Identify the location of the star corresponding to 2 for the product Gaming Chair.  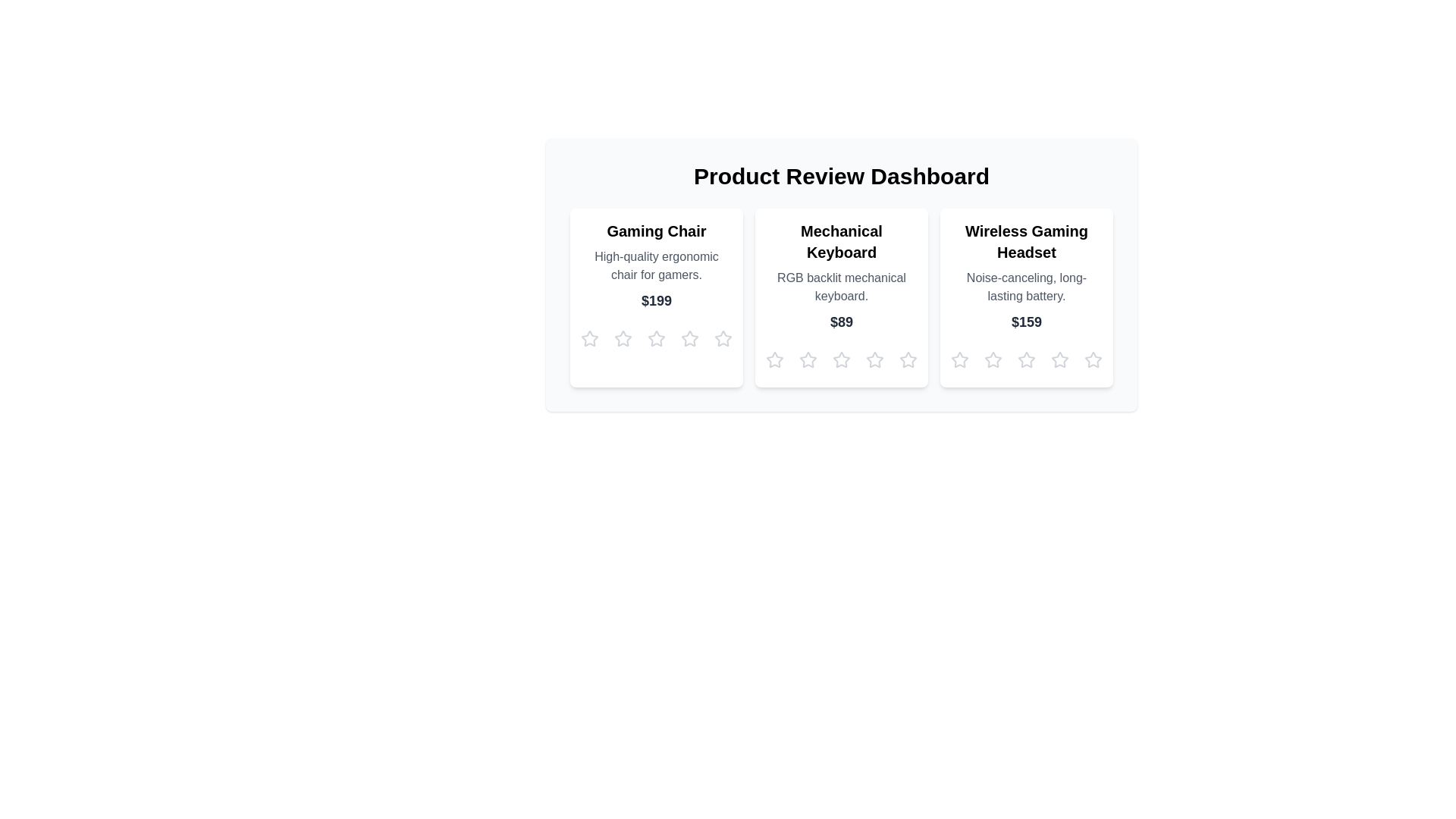
(623, 338).